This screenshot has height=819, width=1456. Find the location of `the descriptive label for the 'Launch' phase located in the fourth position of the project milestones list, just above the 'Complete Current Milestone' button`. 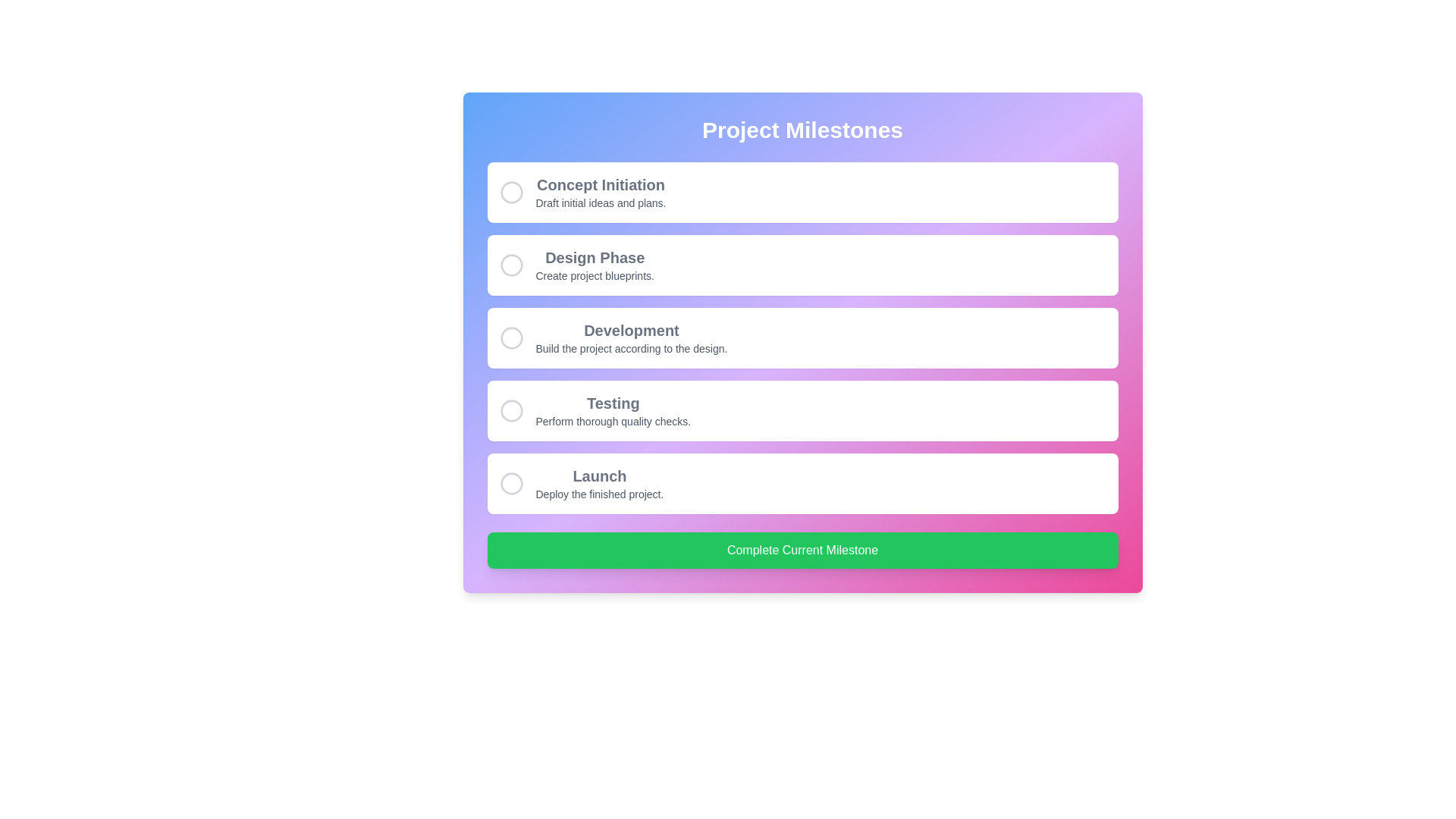

the descriptive label for the 'Launch' phase located in the fourth position of the project milestones list, just above the 'Complete Current Milestone' button is located at coordinates (598, 483).